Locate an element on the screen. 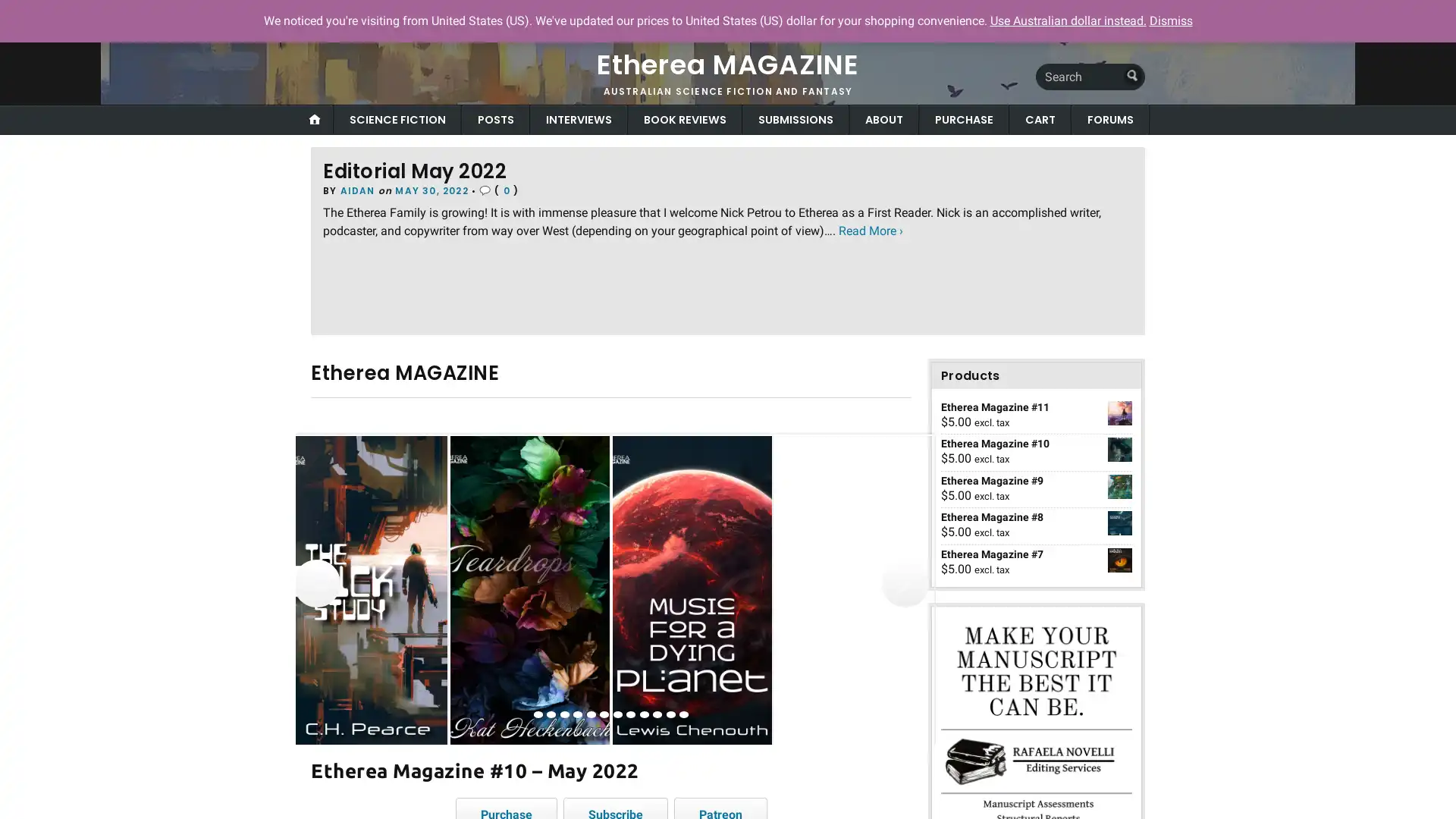 Image resolution: width=1456 pixels, height=819 pixels. view image 12 of 12 in carousel is located at coordinates (683, 714).